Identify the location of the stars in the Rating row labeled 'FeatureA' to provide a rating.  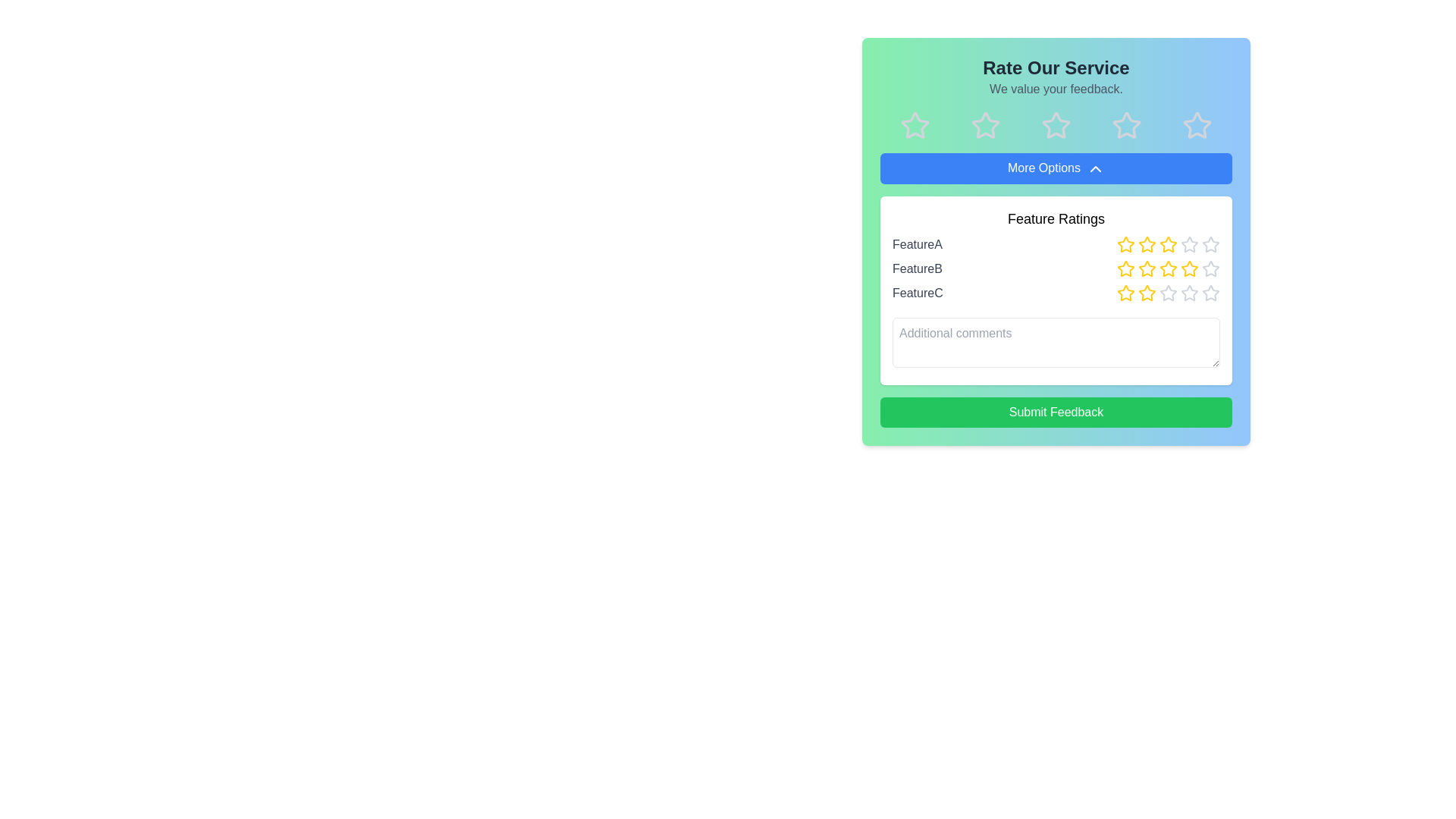
(1055, 243).